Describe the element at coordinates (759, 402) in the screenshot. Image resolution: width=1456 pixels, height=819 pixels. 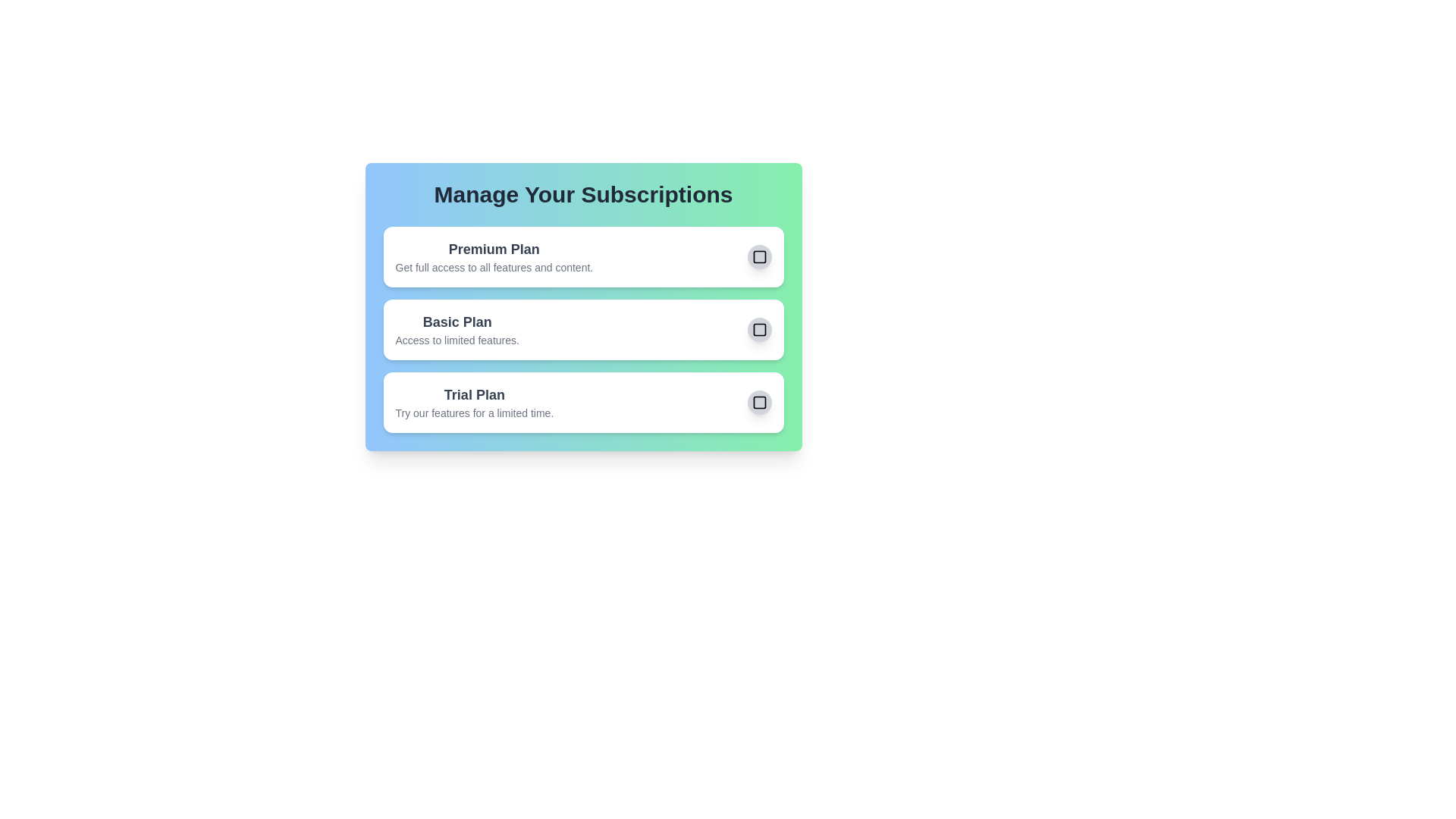
I see `the checkbox icon for the 'Trial Plan'` at that location.